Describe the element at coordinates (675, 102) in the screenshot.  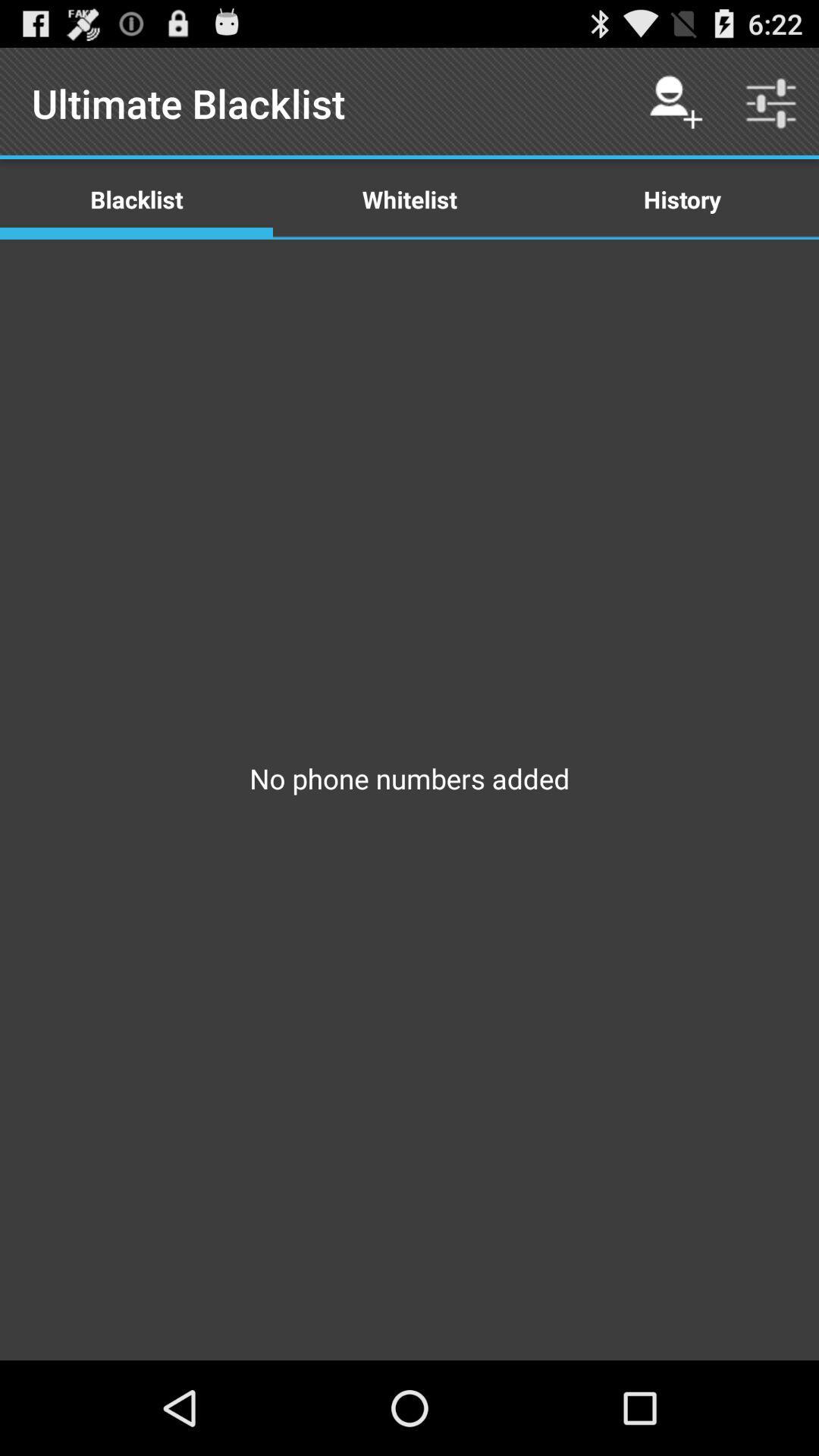
I see `the icon above history` at that location.